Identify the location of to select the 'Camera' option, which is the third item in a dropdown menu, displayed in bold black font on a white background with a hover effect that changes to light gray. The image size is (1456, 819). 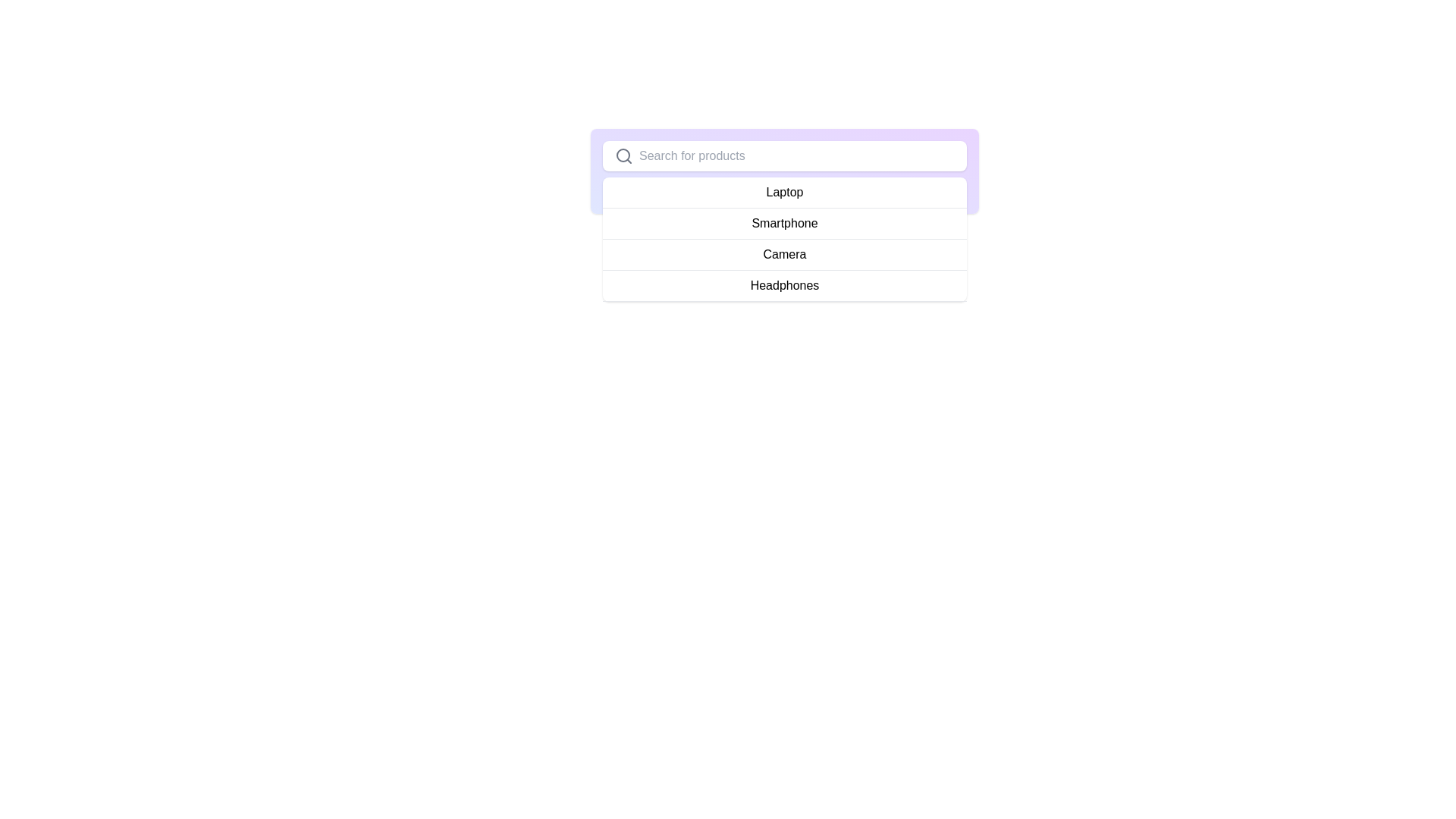
(785, 254).